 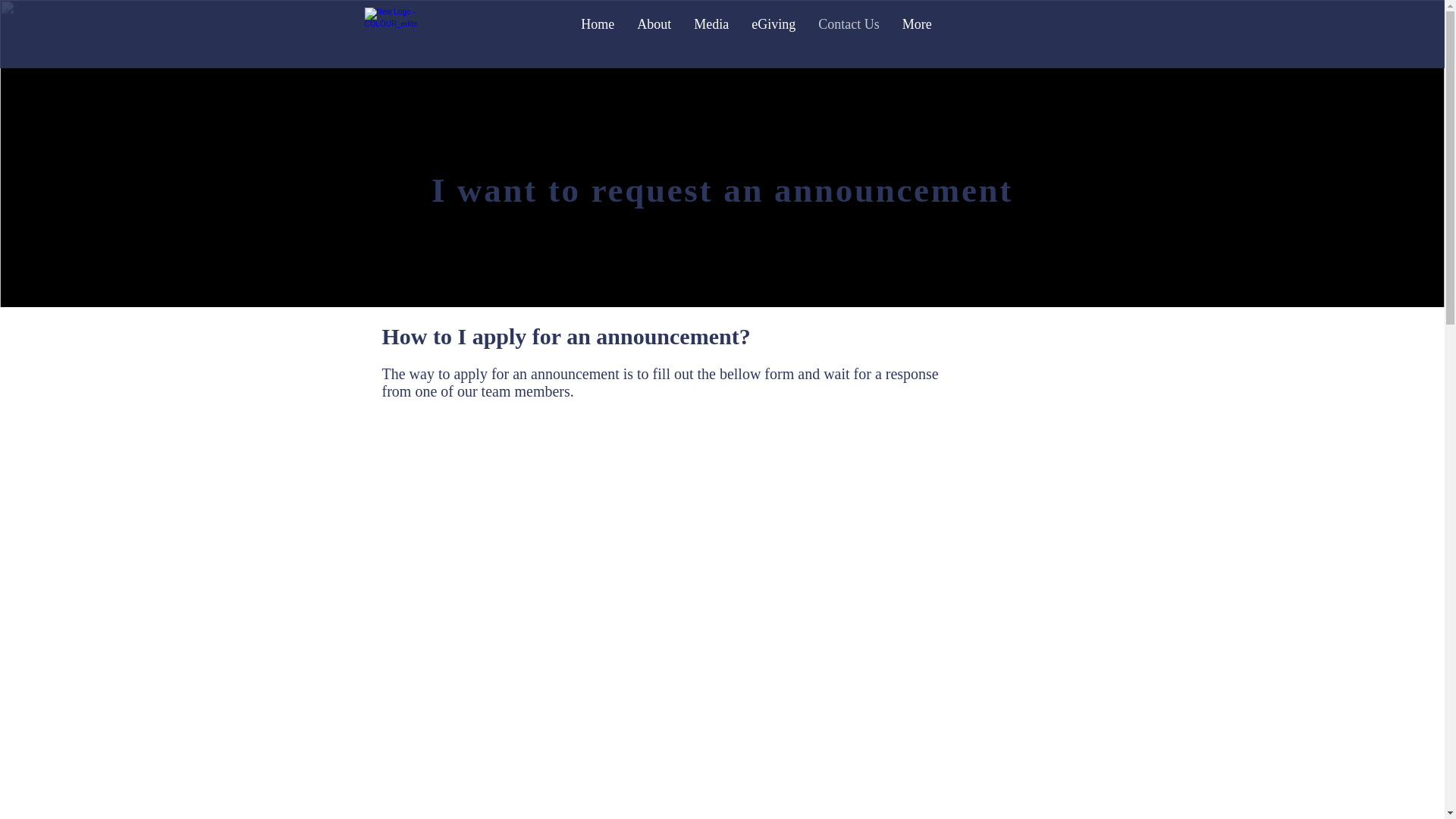 What do you see at coordinates (773, 34) in the screenshot?
I see `'eGiving'` at bounding box center [773, 34].